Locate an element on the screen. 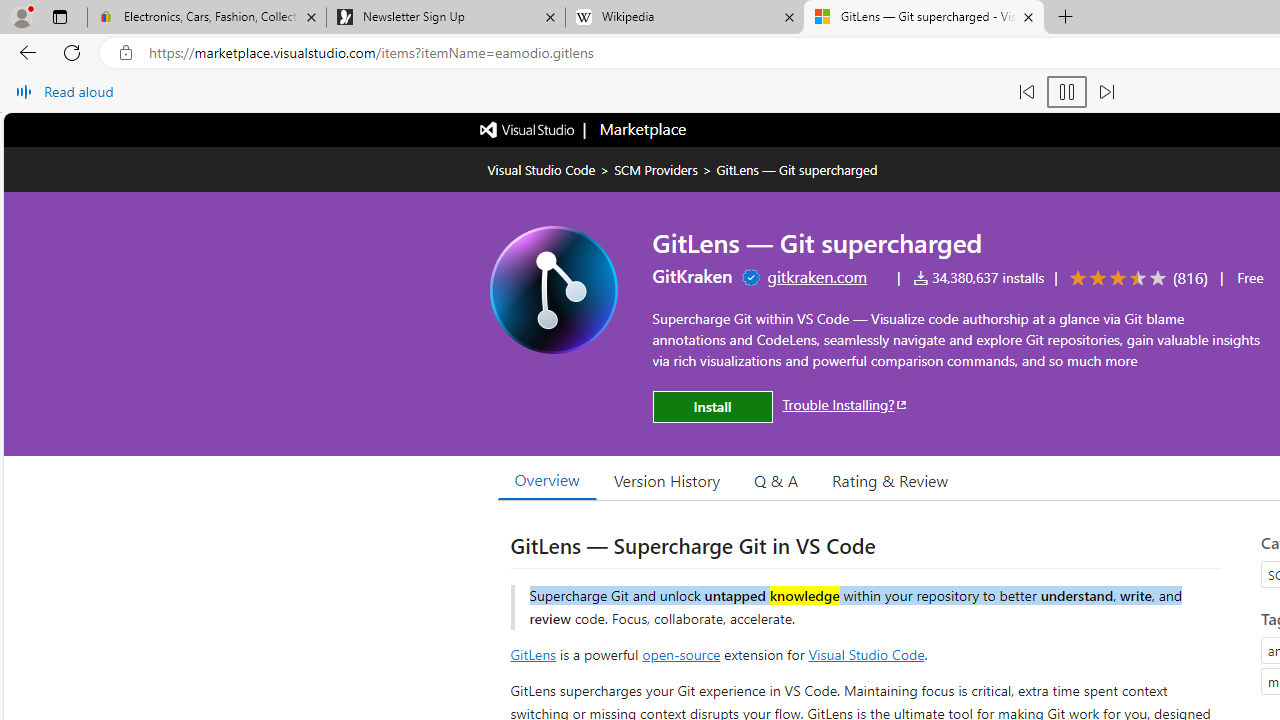  'Overview' is located at coordinates (546, 479).